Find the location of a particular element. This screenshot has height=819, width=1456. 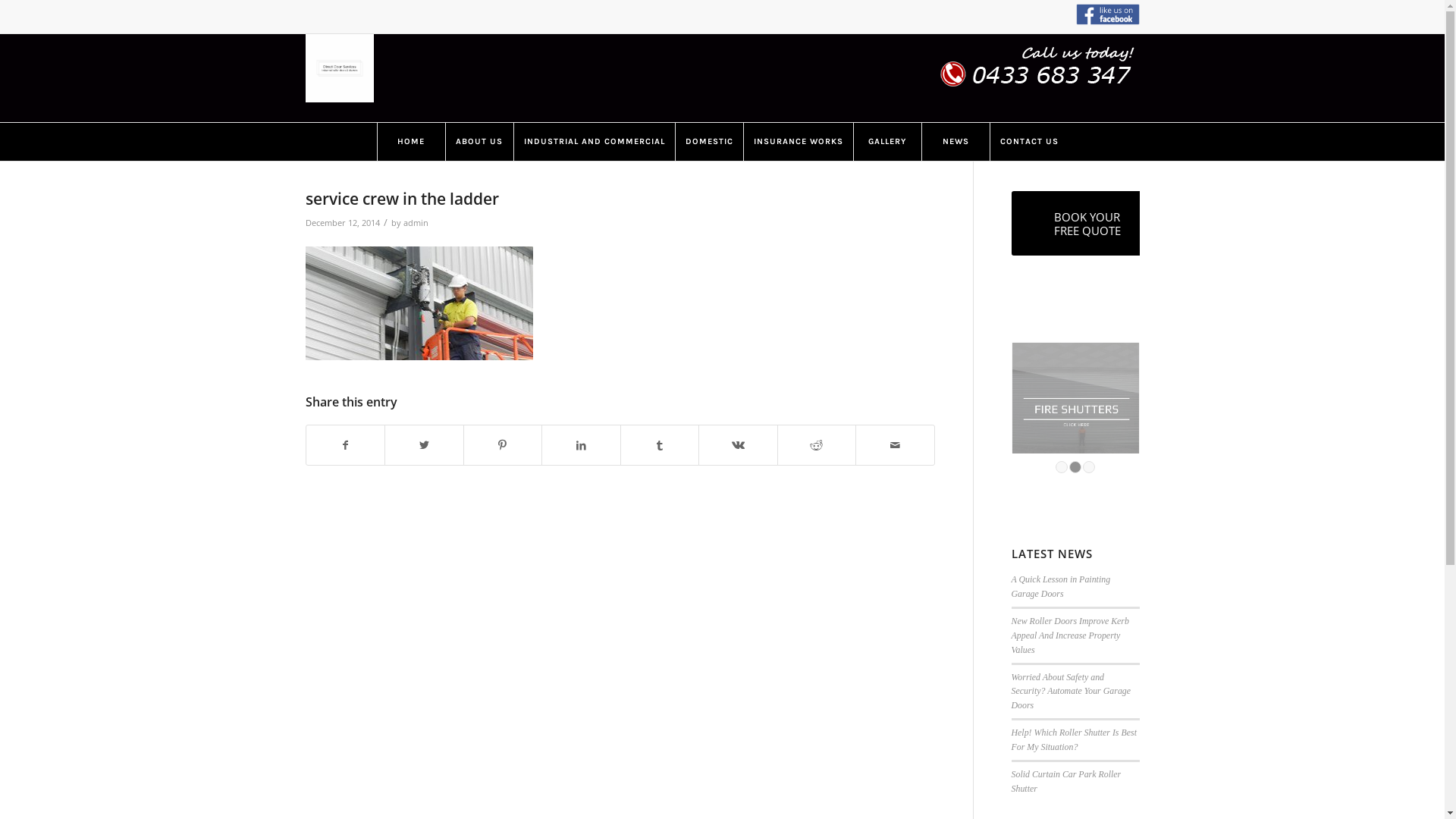

'NEWS' is located at coordinates (953, 141).